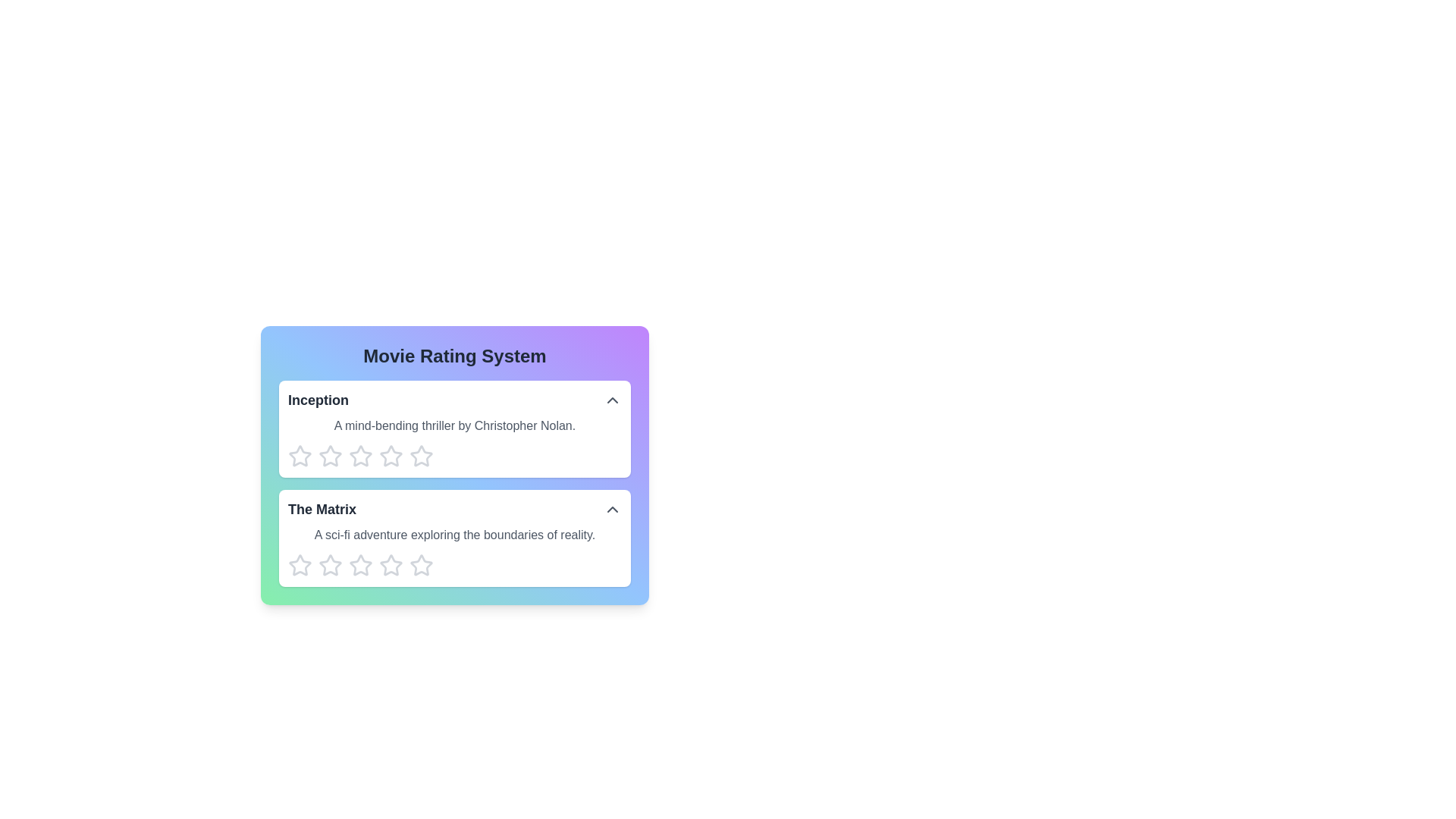  What do you see at coordinates (391, 455) in the screenshot?
I see `the hollow five-pointed star icon, which is the third star from the left` at bounding box center [391, 455].